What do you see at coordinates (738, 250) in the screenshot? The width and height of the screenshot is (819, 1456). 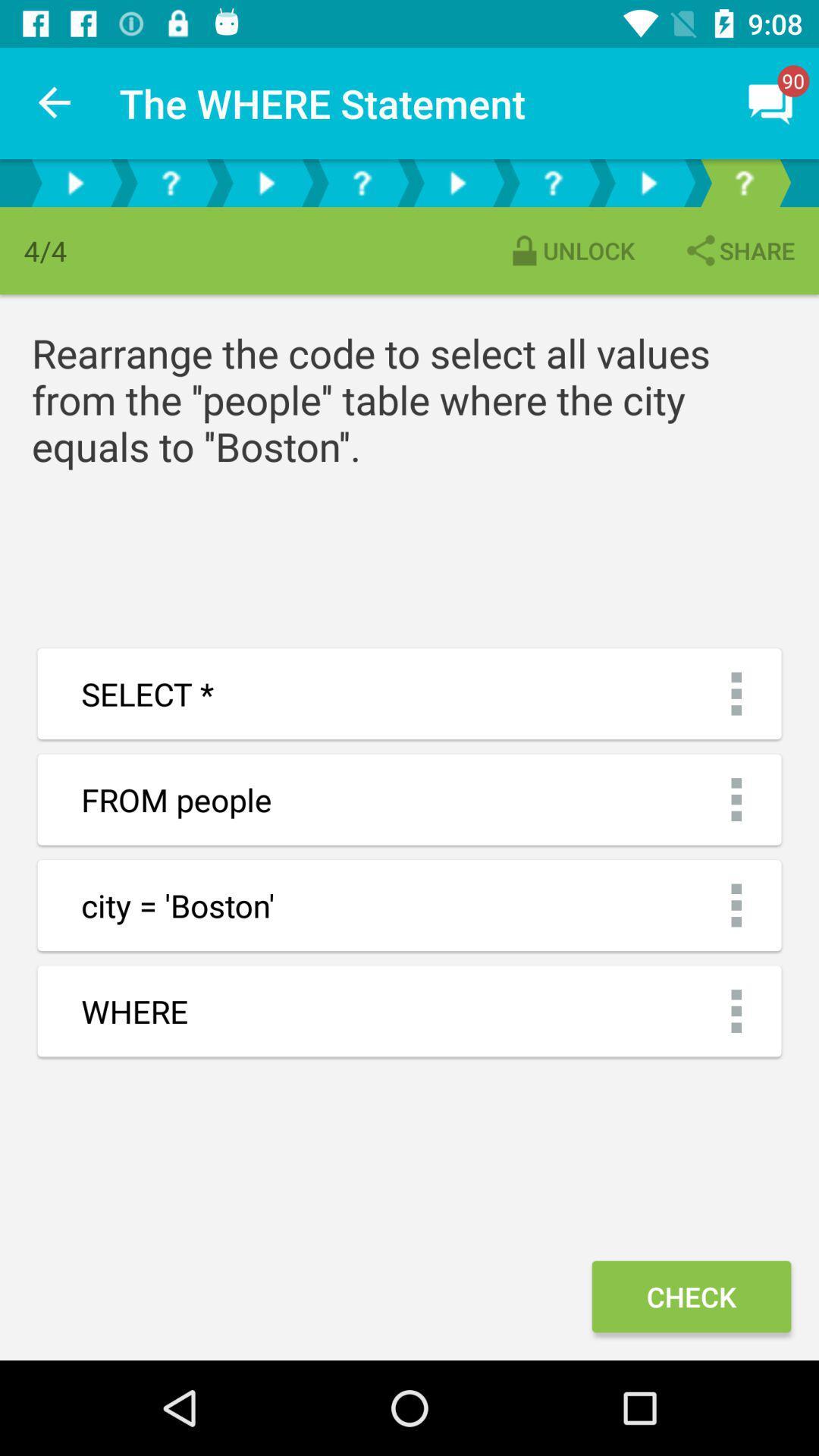 I see `the icon above rearrange the code` at bounding box center [738, 250].